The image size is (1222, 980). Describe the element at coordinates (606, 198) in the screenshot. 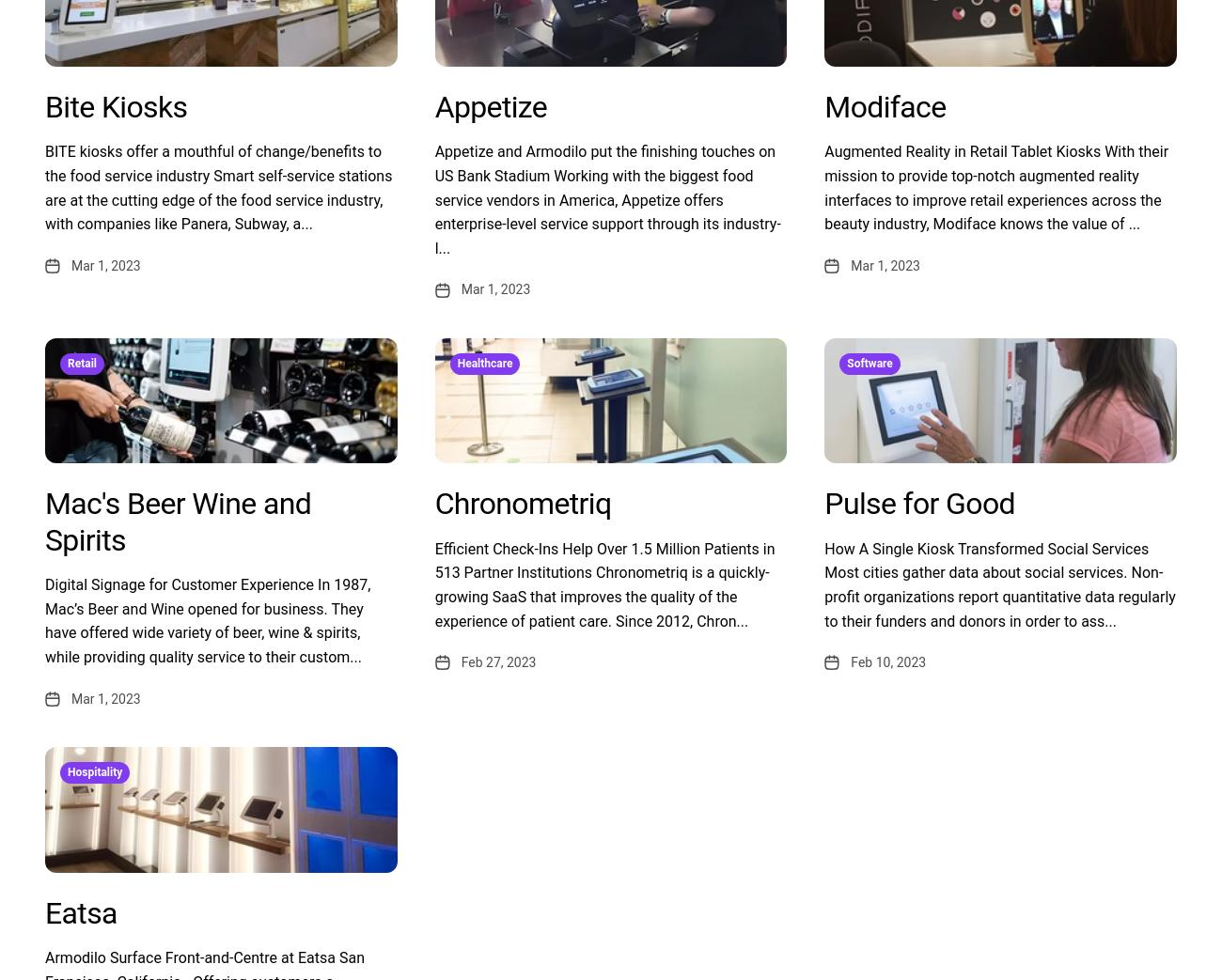

I see `'Appetize and Armodilo put the finishing touches on US Bank Stadium

Working with the biggest food service vendors in America, Appetize offers enterprise-level service support through its industry-l...'` at that location.